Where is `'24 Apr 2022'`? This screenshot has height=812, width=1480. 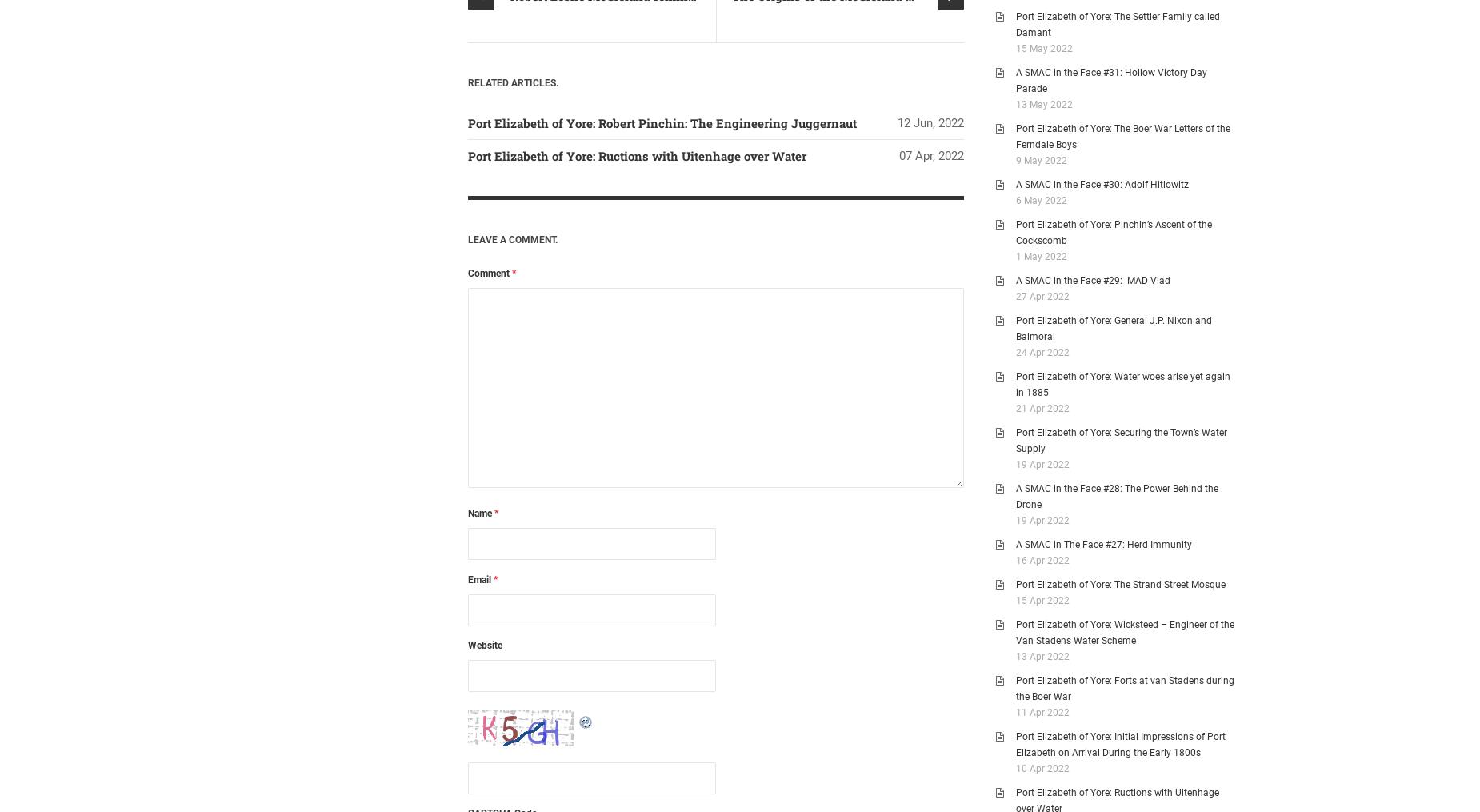 '24 Apr 2022' is located at coordinates (1042, 352).